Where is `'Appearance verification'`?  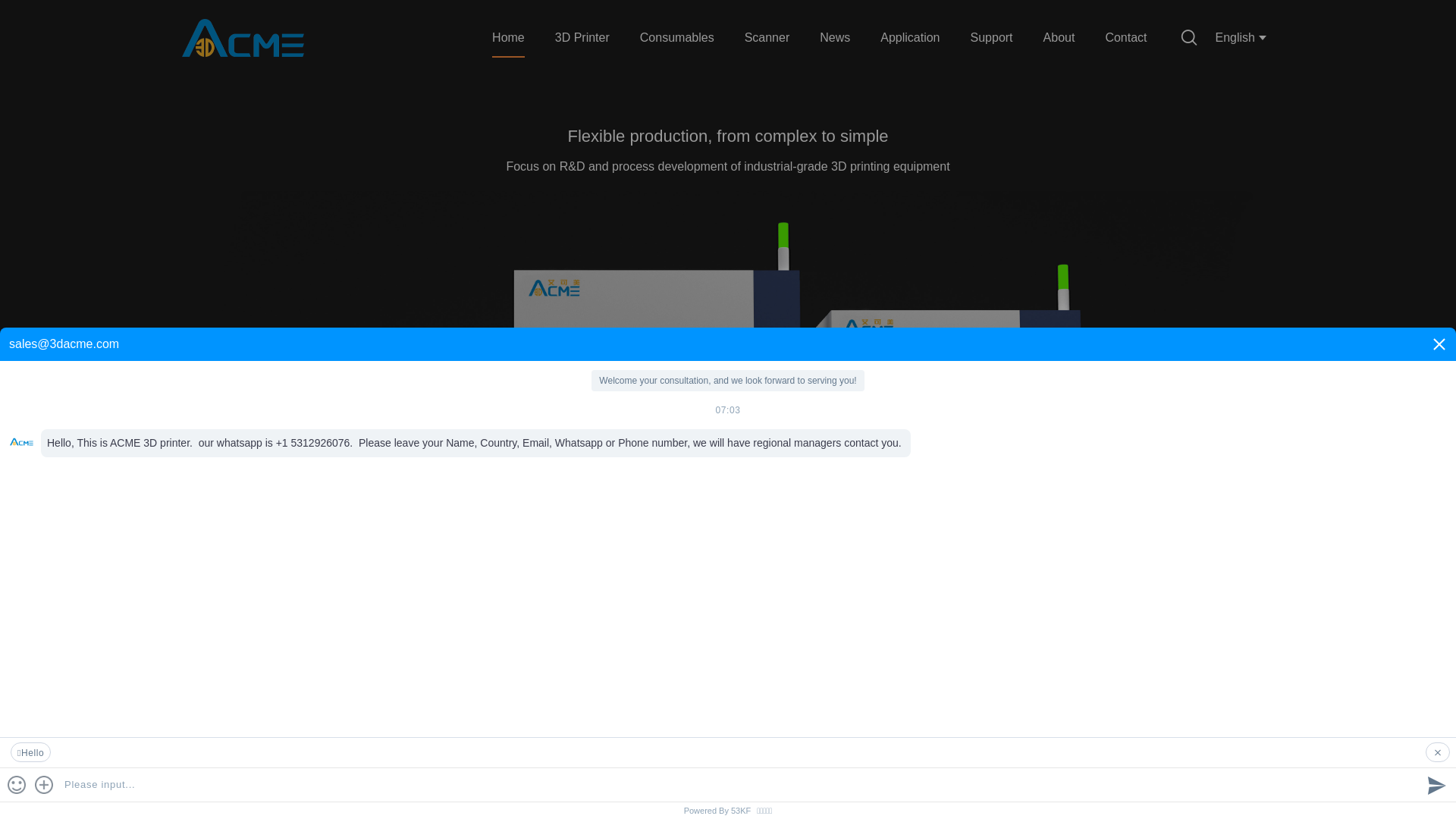 'Appearance verification' is located at coordinates (1137, 780).